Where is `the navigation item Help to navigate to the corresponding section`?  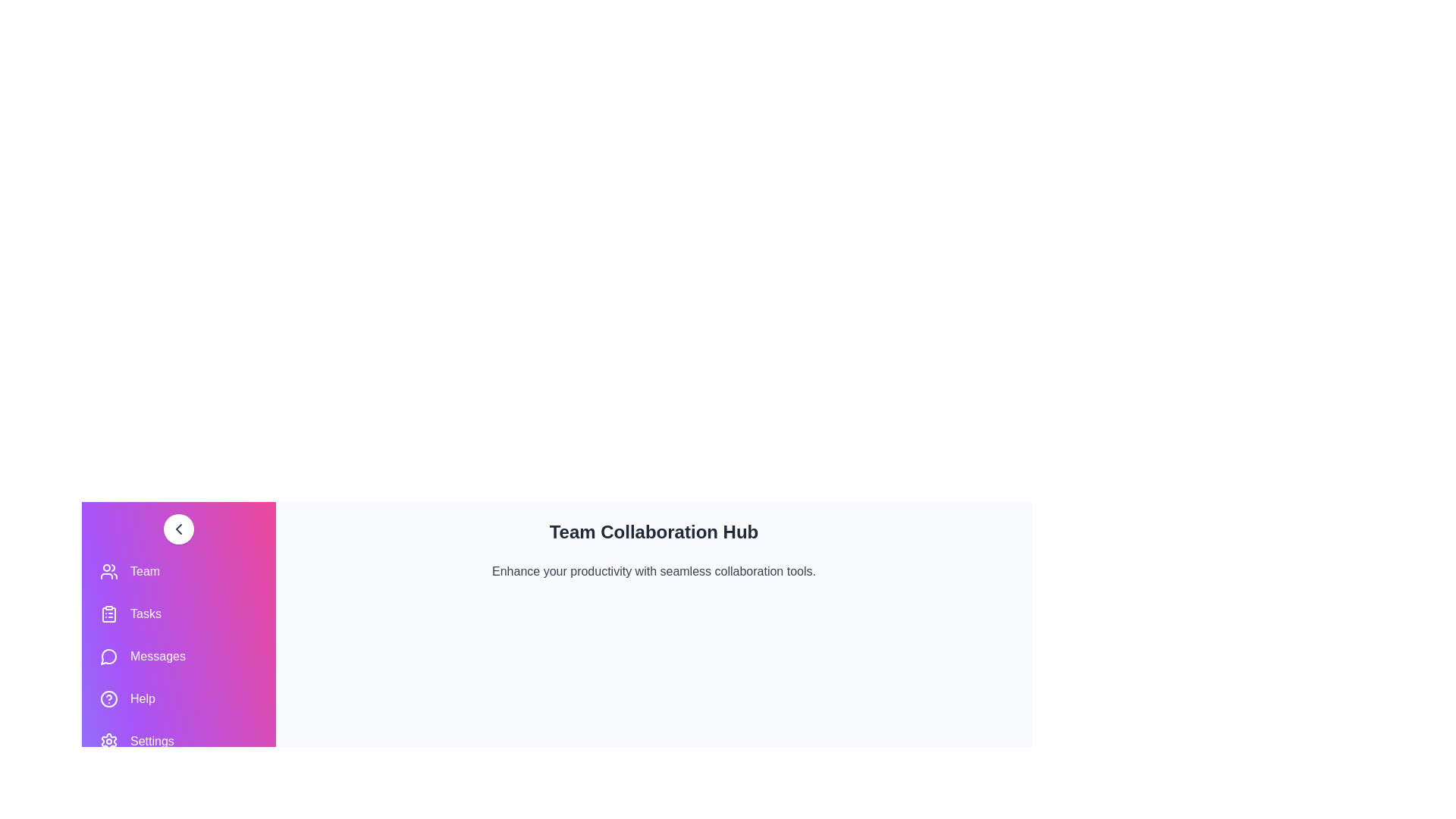
the navigation item Help to navigate to the corresponding section is located at coordinates (178, 698).